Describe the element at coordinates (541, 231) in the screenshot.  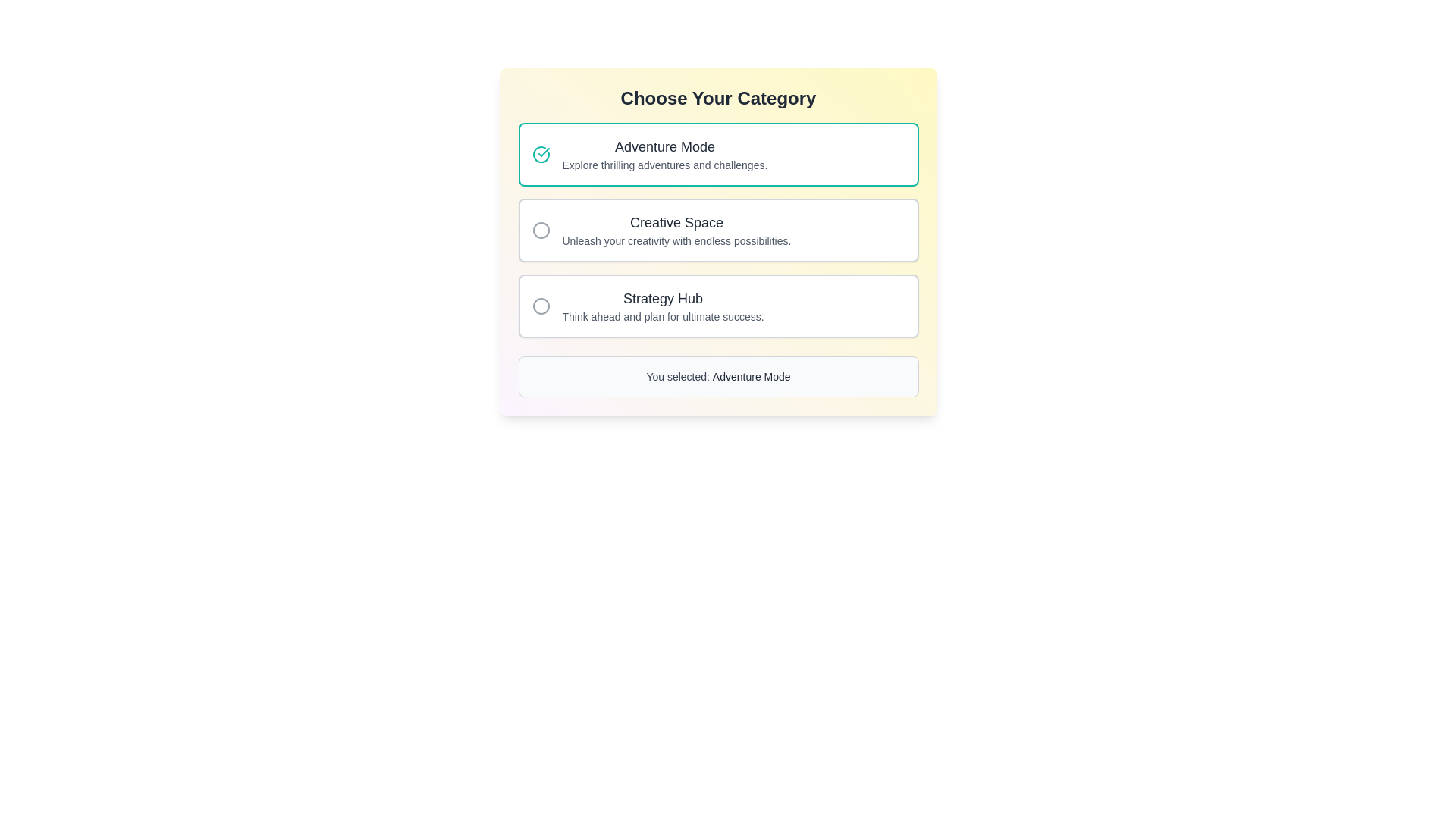
I see `the inner SVG Circle that visually represents the 'Creative Space' radio button option` at that location.